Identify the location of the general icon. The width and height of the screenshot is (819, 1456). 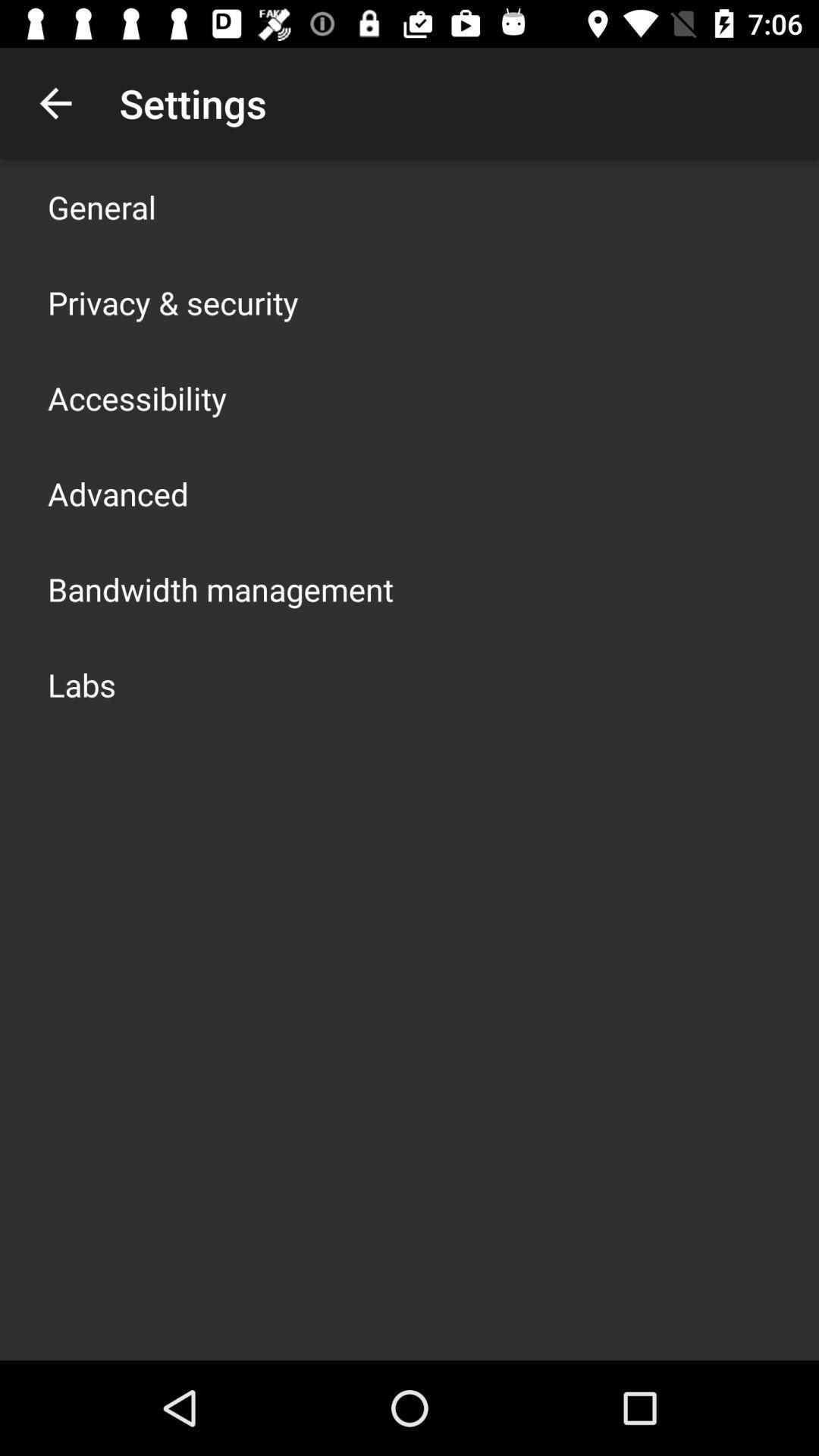
(102, 206).